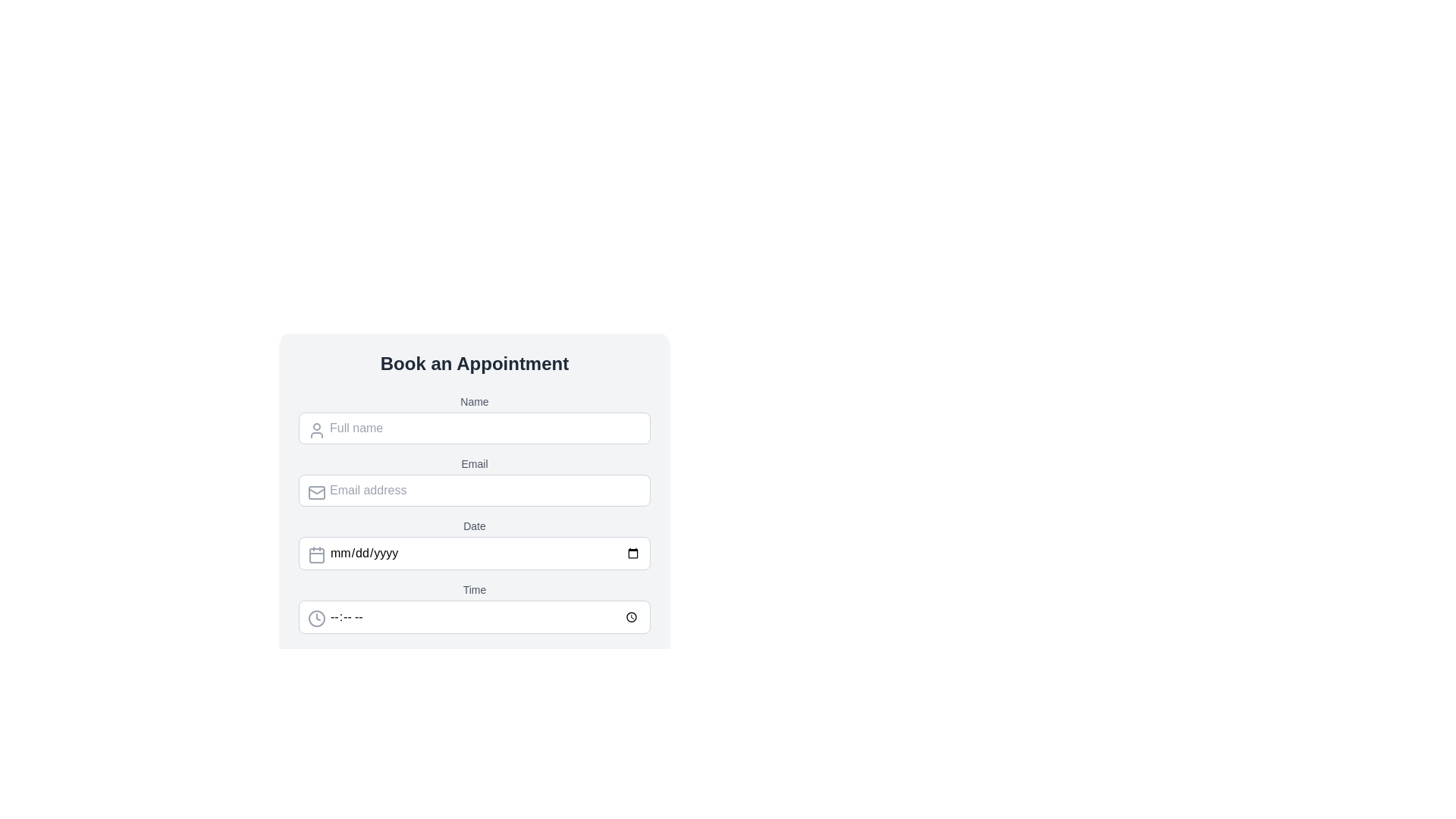 This screenshot has width=1456, height=819. I want to click on the time input icon located on the left side of the 'Time' field in the 'Book an Appointment' form, so click(315, 619).